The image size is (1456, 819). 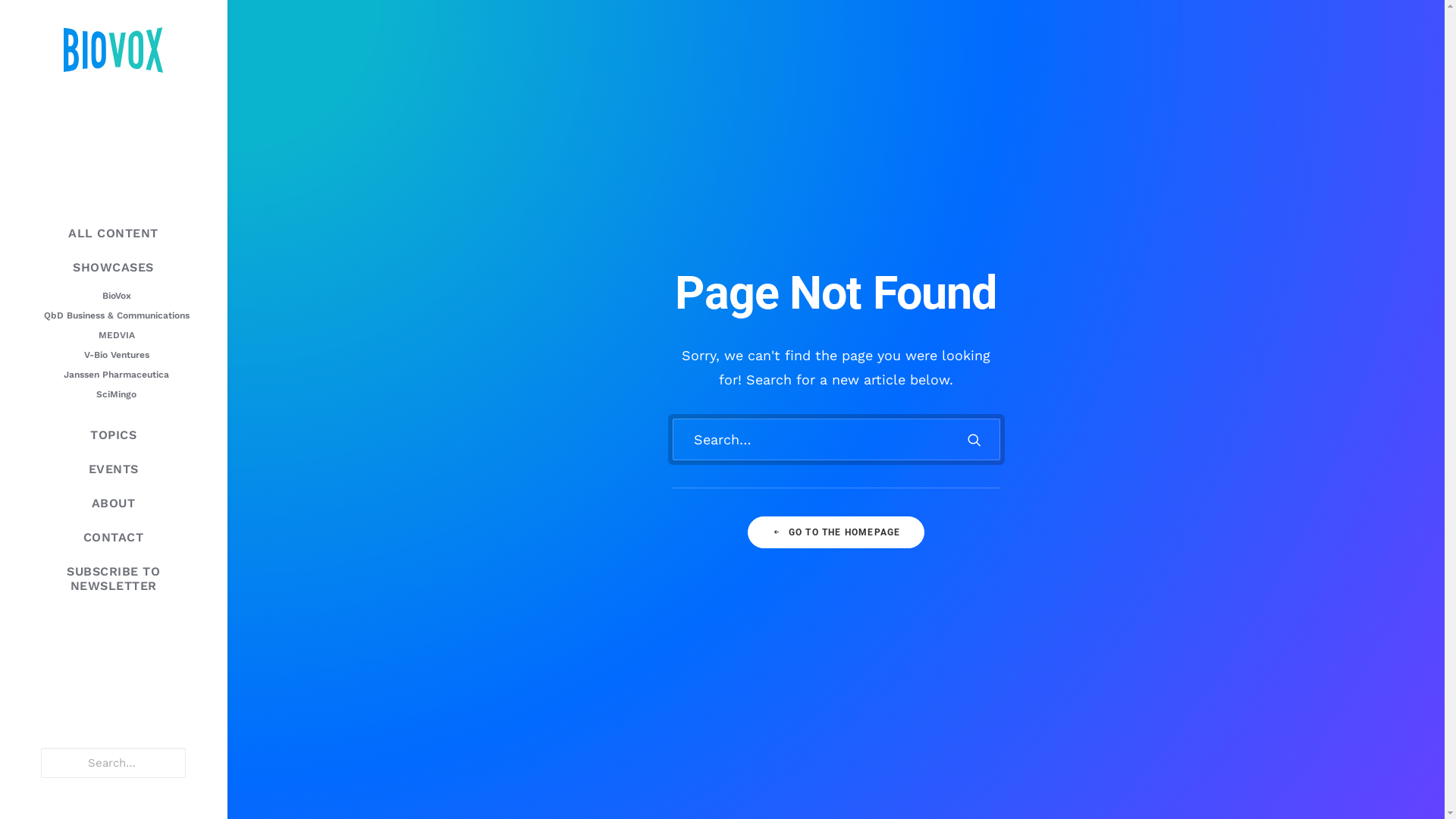 What do you see at coordinates (112, 536) in the screenshot?
I see `'CONTACT'` at bounding box center [112, 536].